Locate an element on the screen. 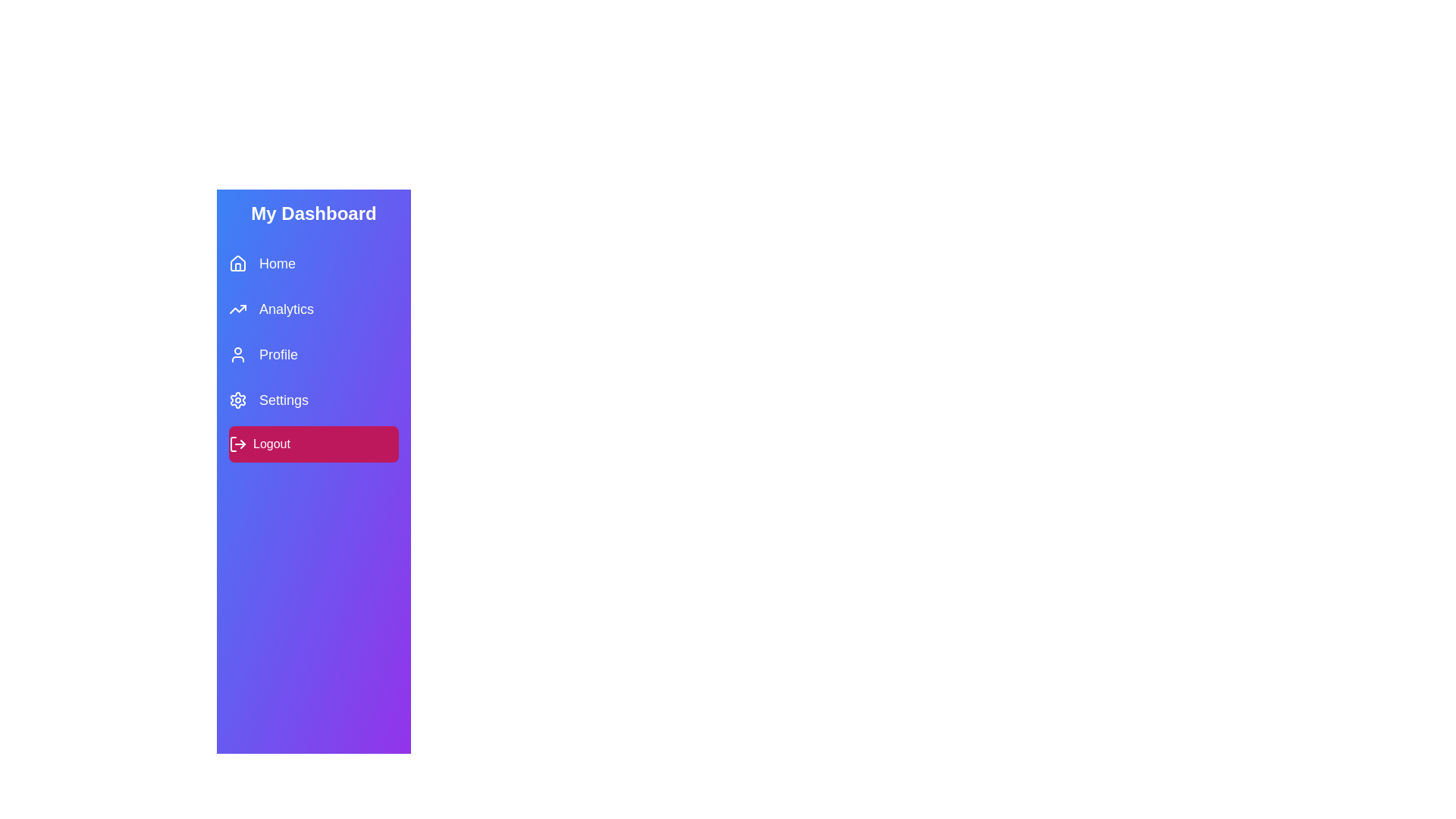 This screenshot has width=1456, height=819. the 'Home' text label, which is a bold, white-colored component located to the right of a house-shaped icon in the vertical menu panel is located at coordinates (277, 262).